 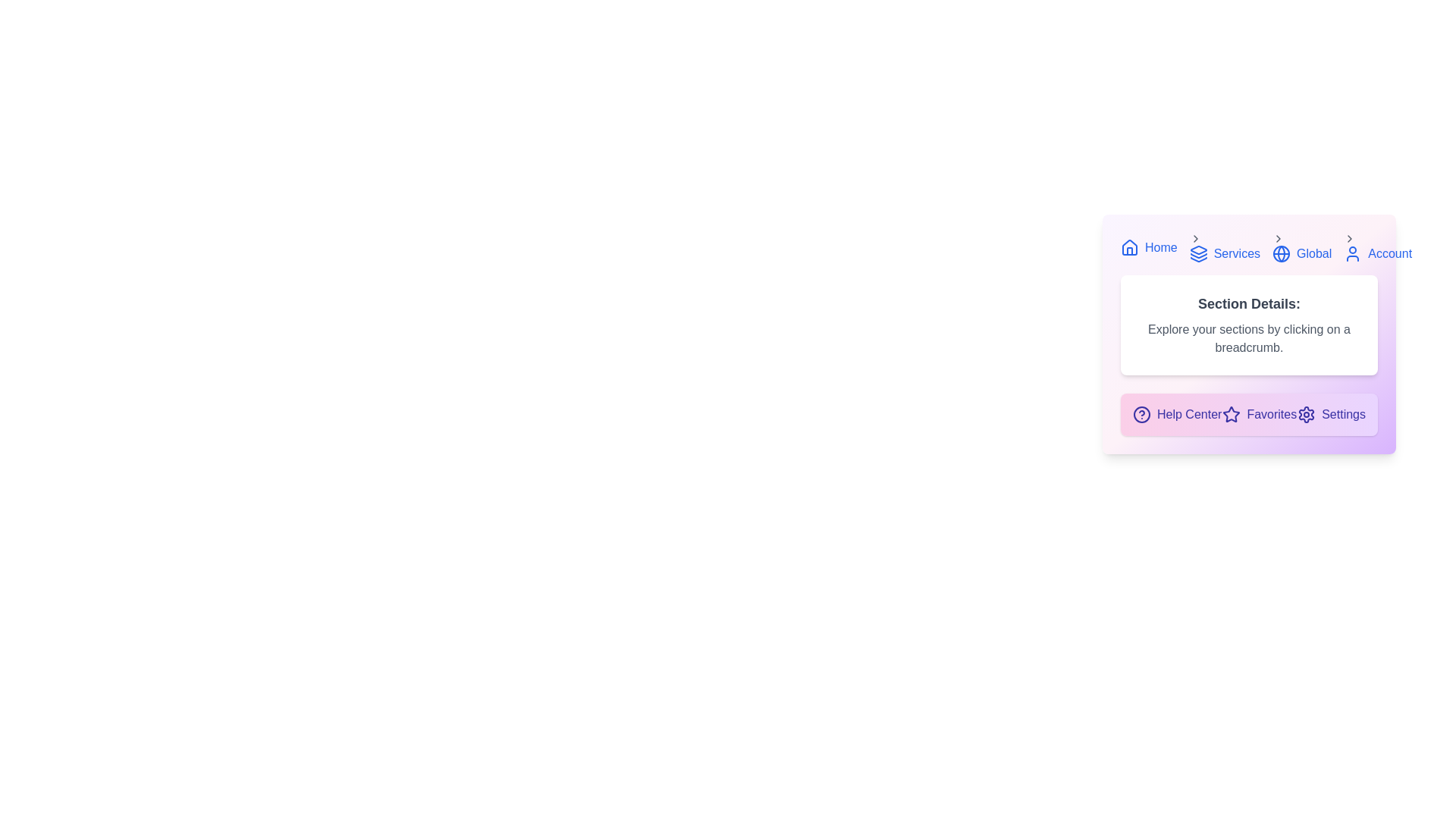 What do you see at coordinates (1272, 415) in the screenshot?
I see `the 'Favorites' label, which is positioned in the lower section of the modal, between the 'Help Center' and 'Settings' options, following a star icon` at bounding box center [1272, 415].